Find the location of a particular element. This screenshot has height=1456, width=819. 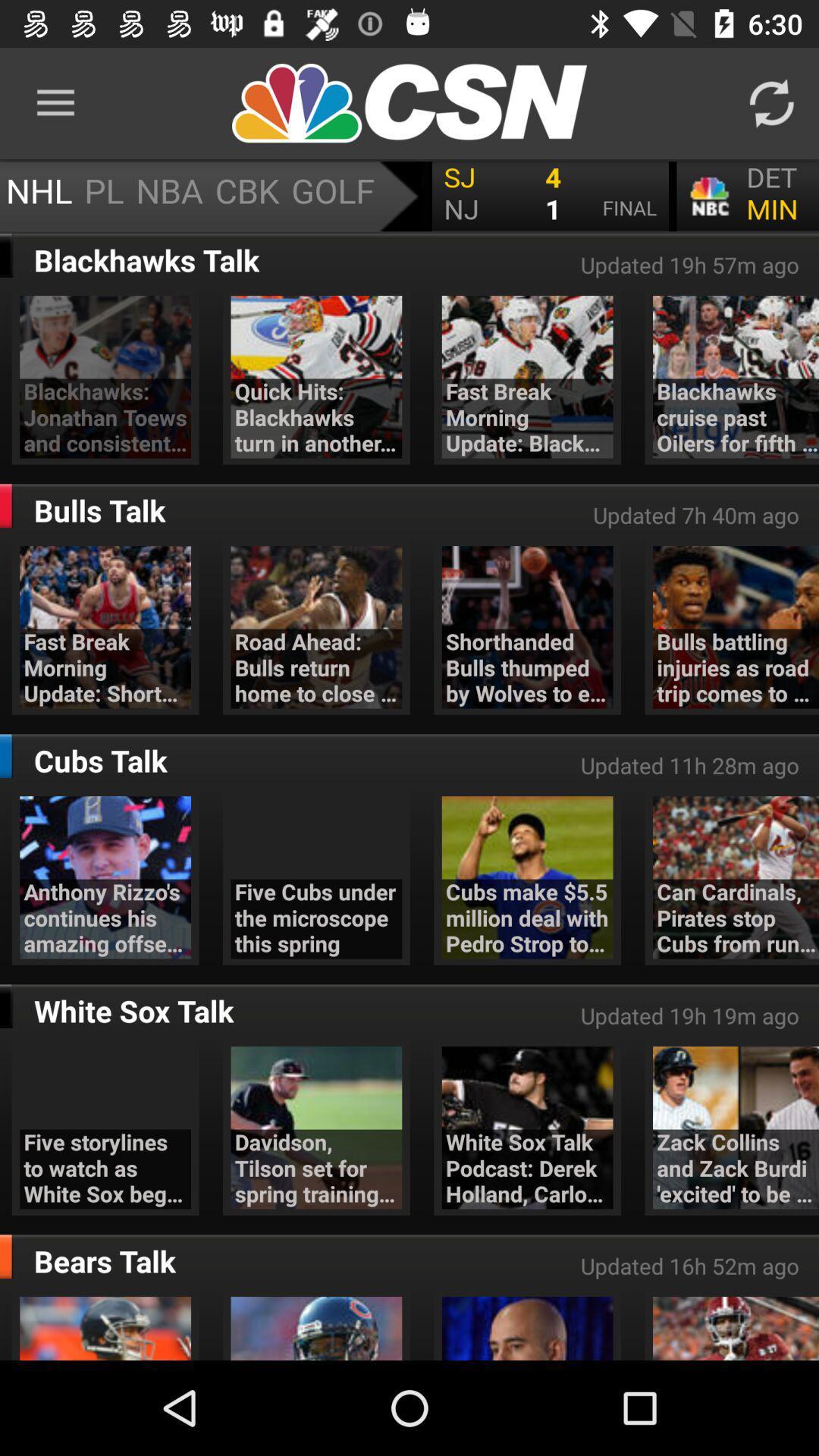

open scoreboard is located at coordinates (409, 196).